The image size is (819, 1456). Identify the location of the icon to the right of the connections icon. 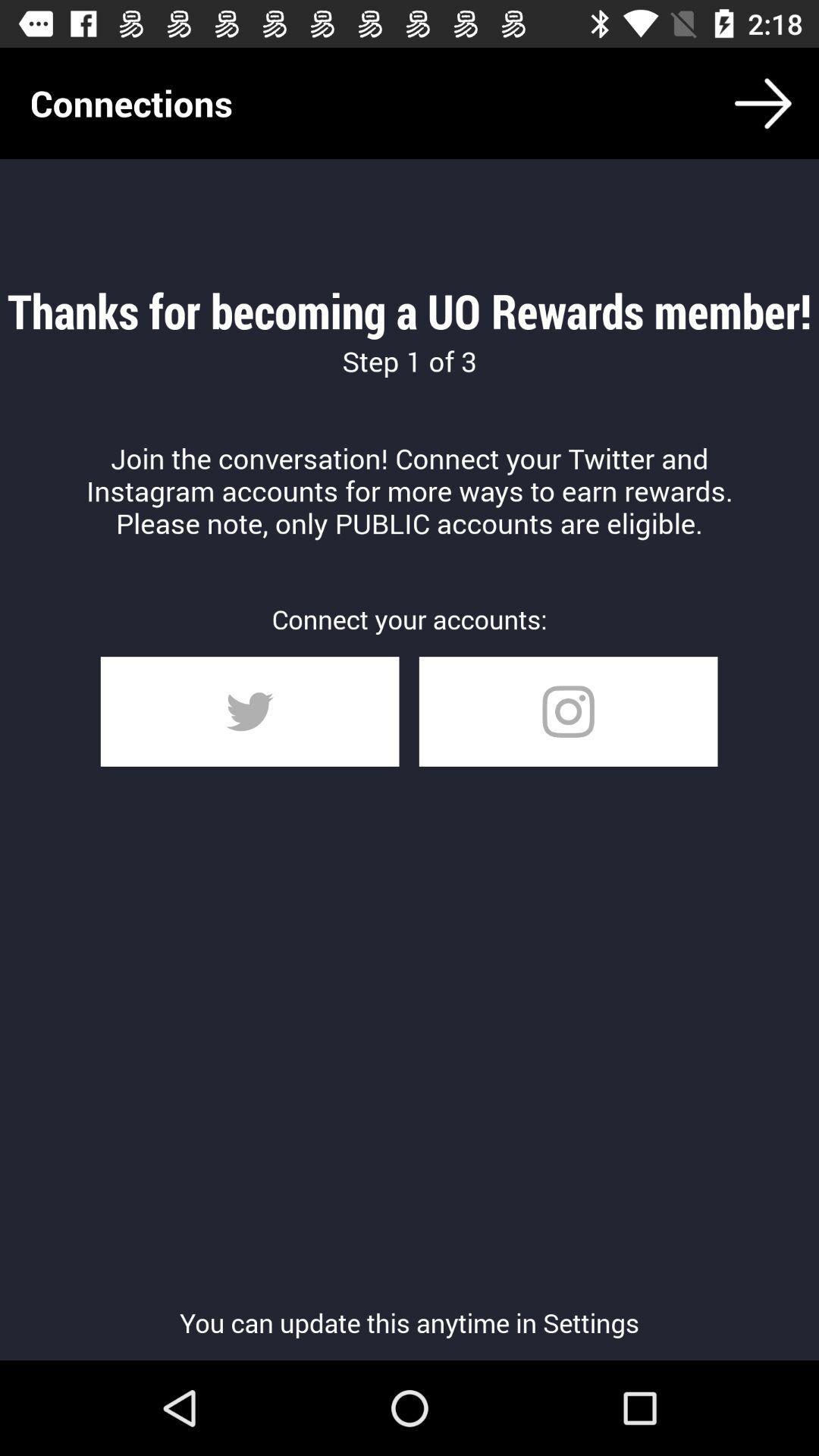
(763, 102).